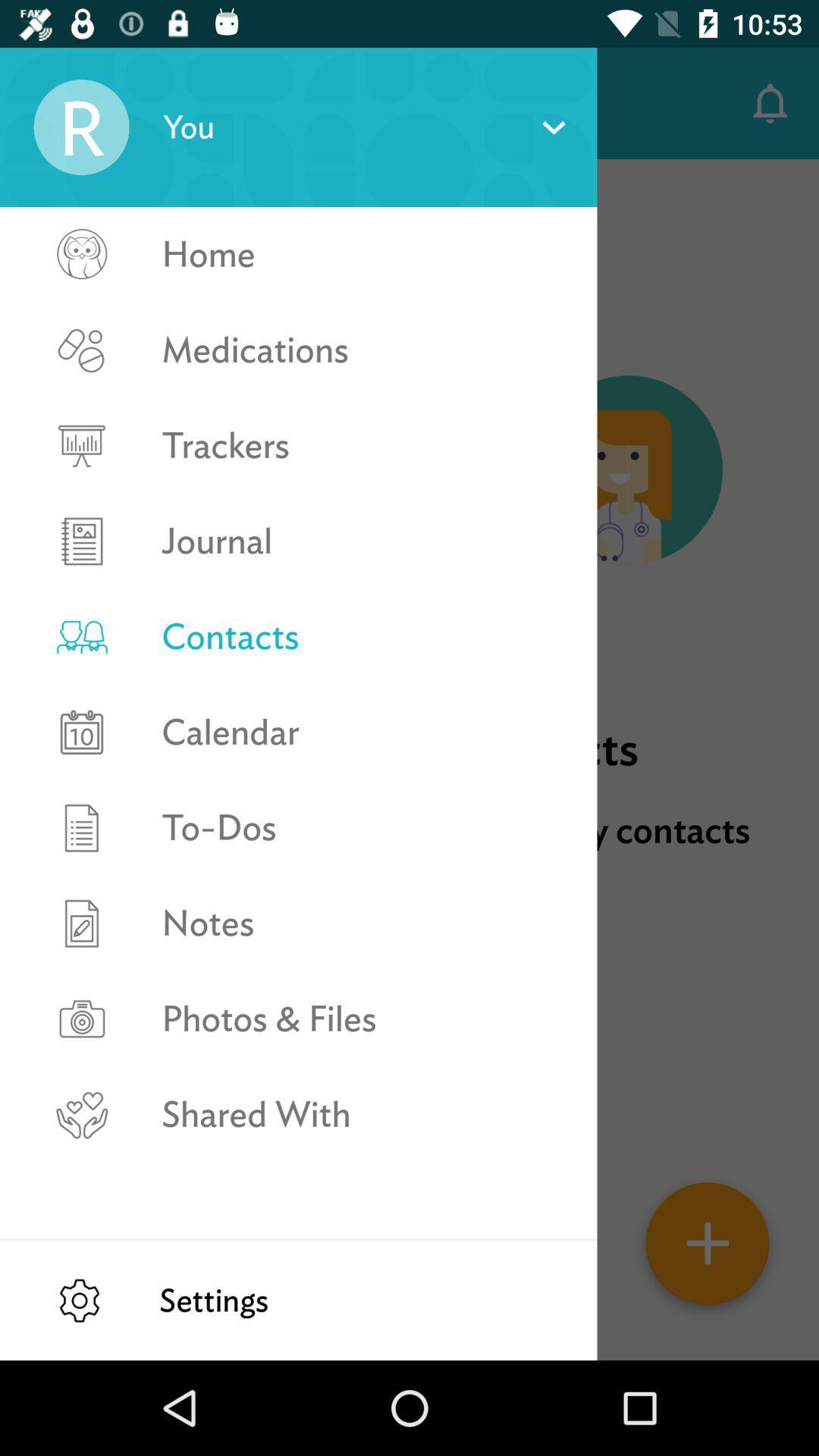 This screenshot has height=1456, width=819. Describe the element at coordinates (363, 254) in the screenshot. I see `the home item` at that location.